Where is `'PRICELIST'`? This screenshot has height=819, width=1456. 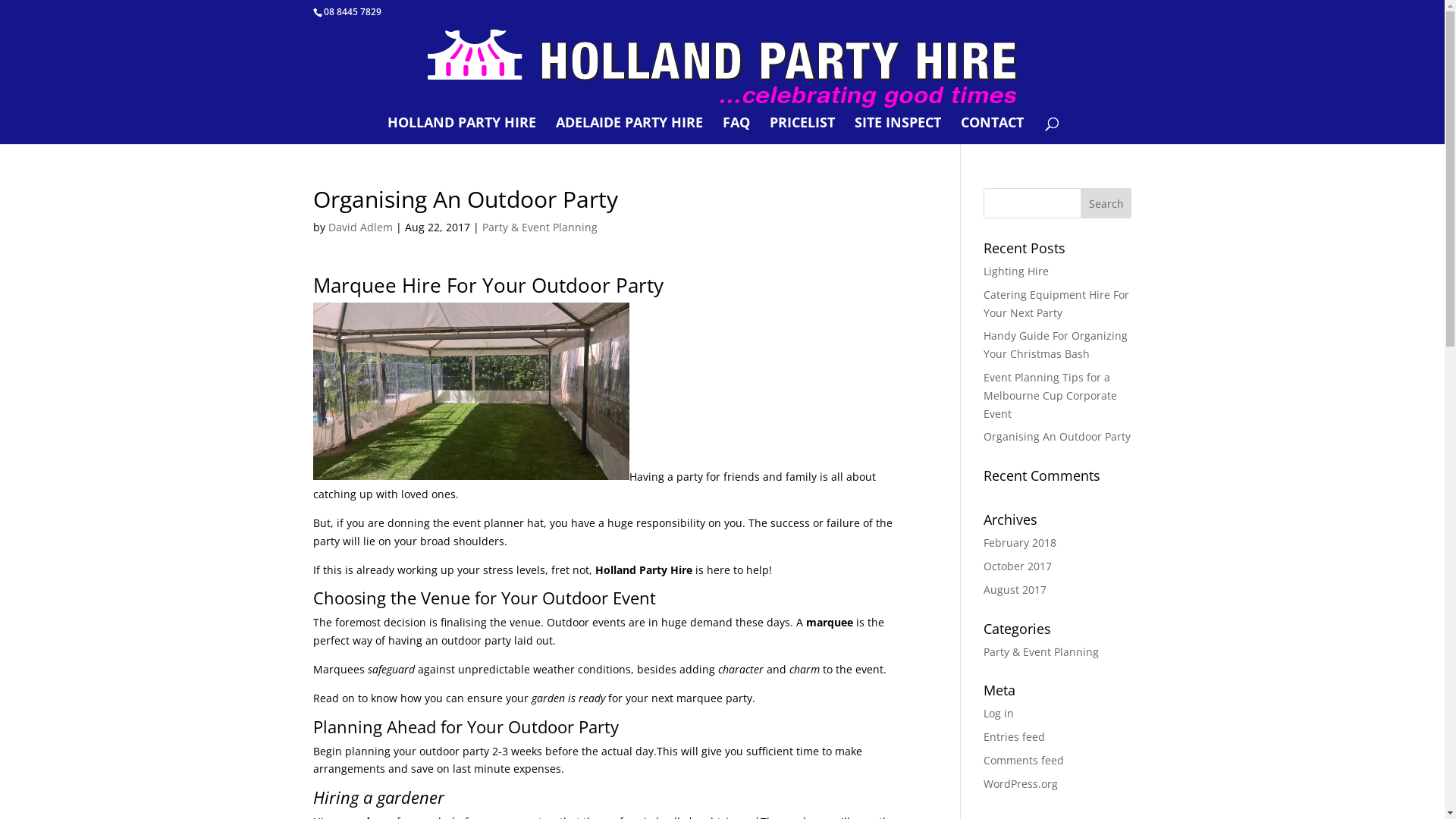
'PRICELIST' is located at coordinates (801, 130).